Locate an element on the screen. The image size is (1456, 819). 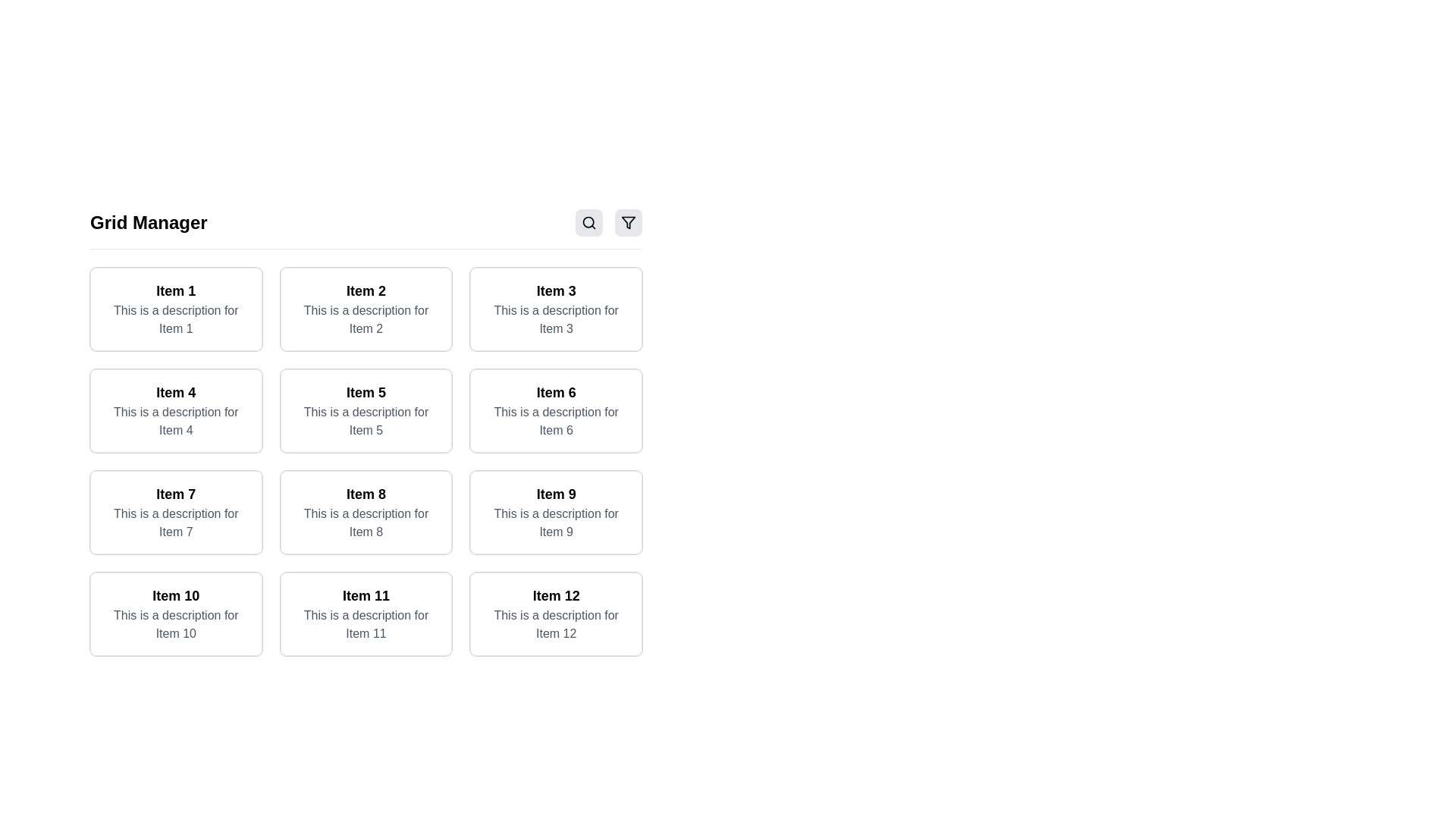
text content of the bold label displaying 'Item 12', which is located in the bottom right cell of a 4x3 grid above the descriptive text is located at coordinates (555, 595).